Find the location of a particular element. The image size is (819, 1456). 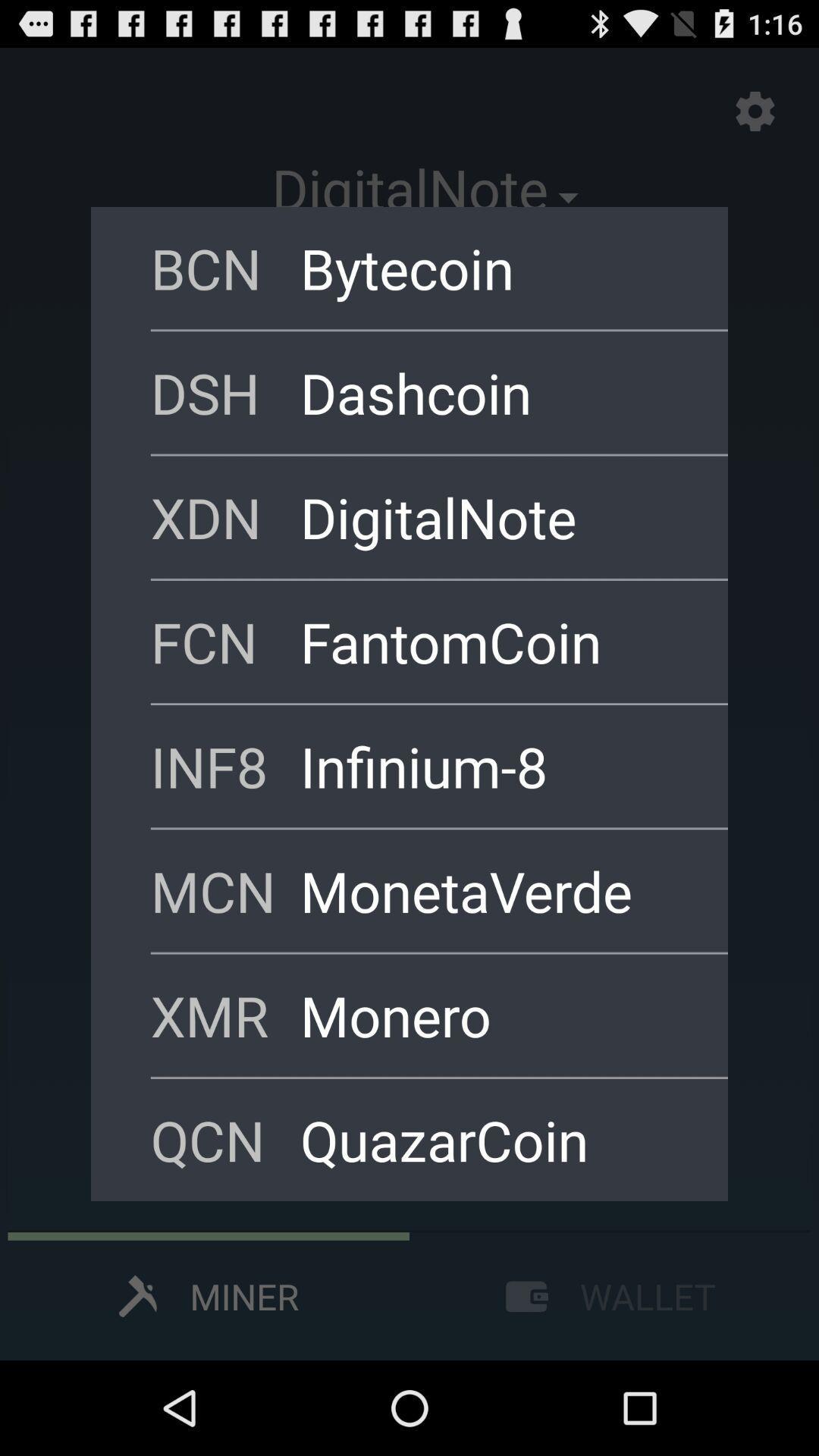

item above inf8 is located at coordinates (494, 642).